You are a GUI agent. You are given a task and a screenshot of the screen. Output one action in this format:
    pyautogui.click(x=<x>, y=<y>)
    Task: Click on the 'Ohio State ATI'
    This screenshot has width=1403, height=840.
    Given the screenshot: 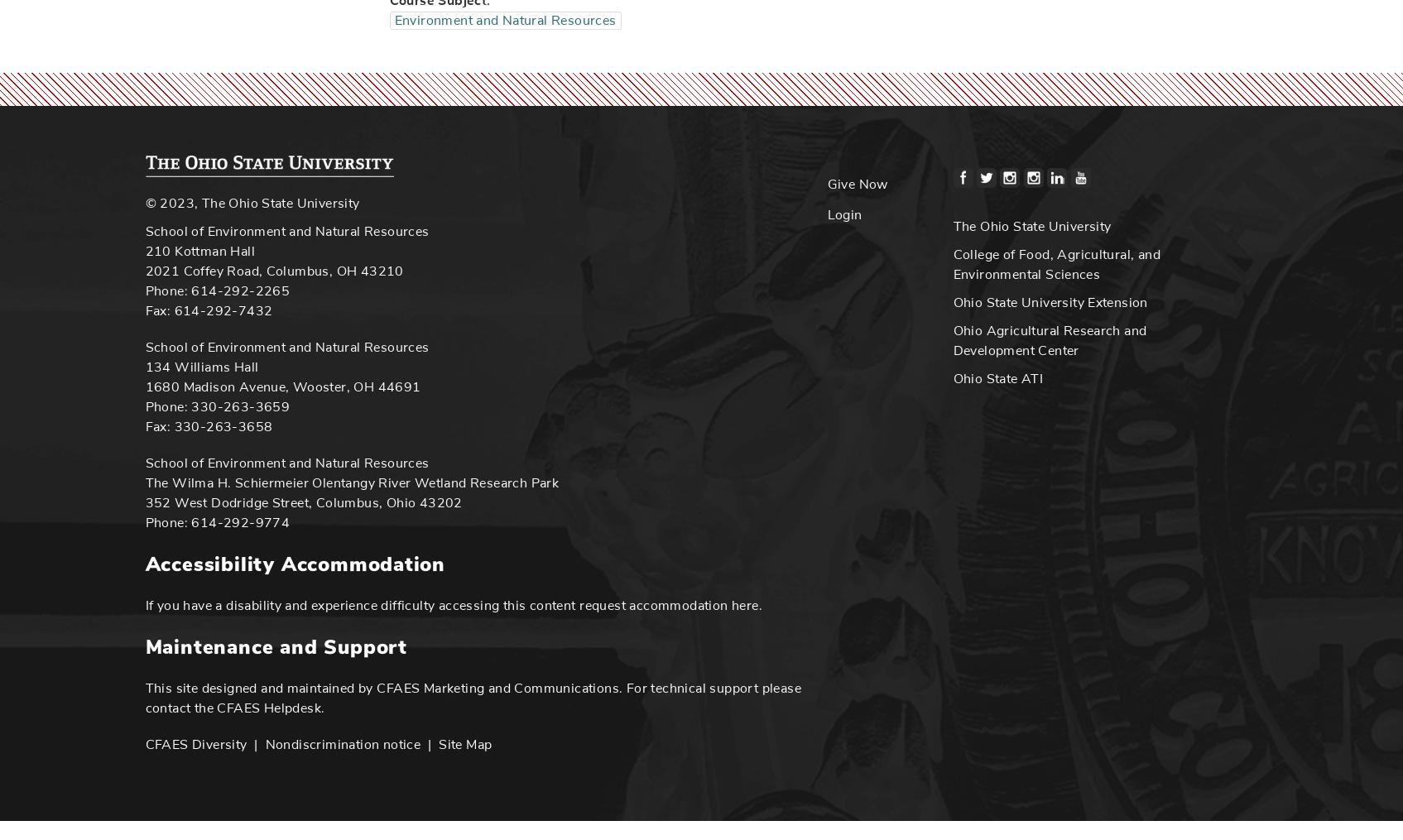 What is the action you would take?
    pyautogui.click(x=997, y=377)
    